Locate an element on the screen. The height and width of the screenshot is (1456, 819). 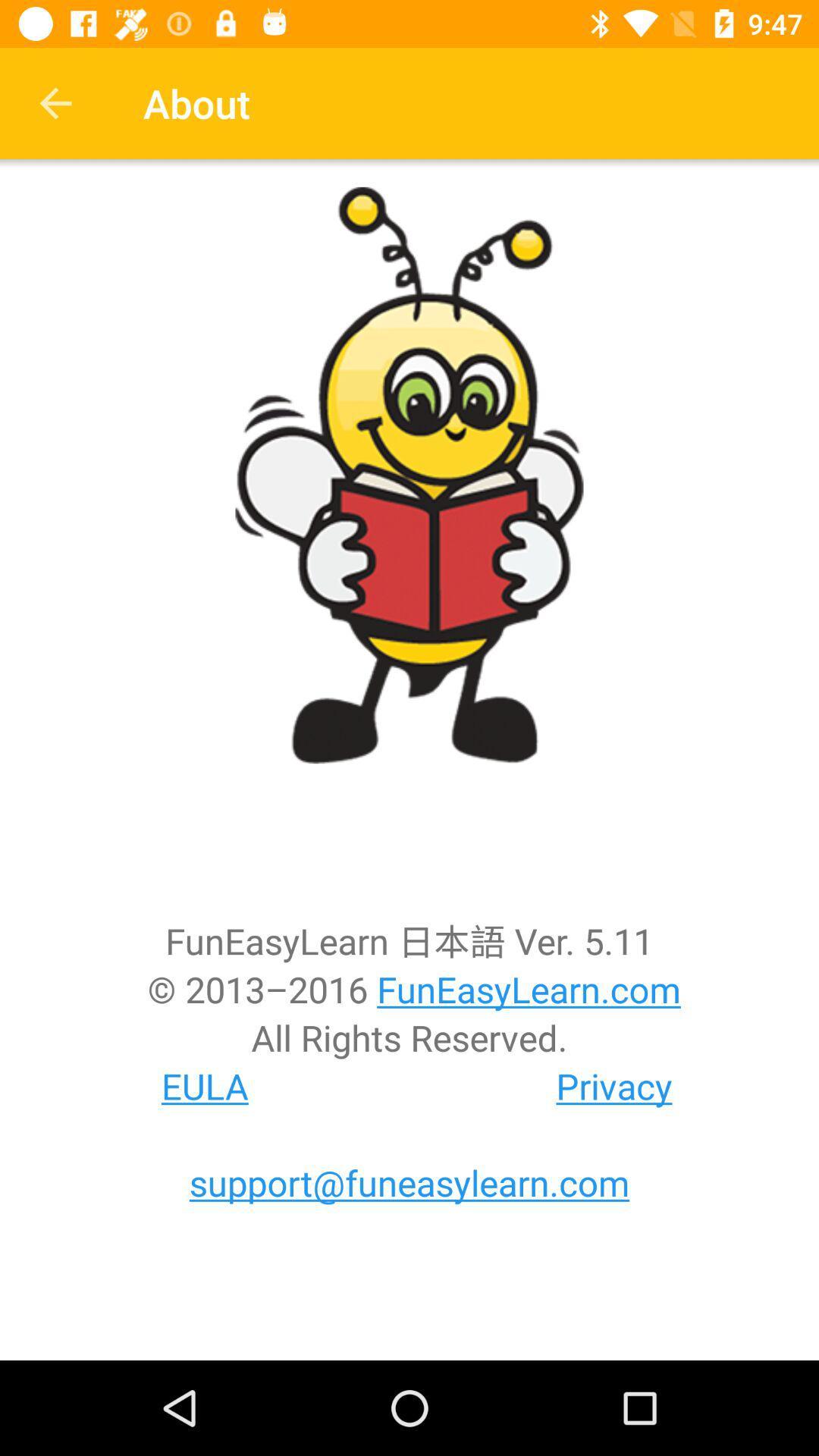
eula at the bottom left corner is located at coordinates (205, 1085).